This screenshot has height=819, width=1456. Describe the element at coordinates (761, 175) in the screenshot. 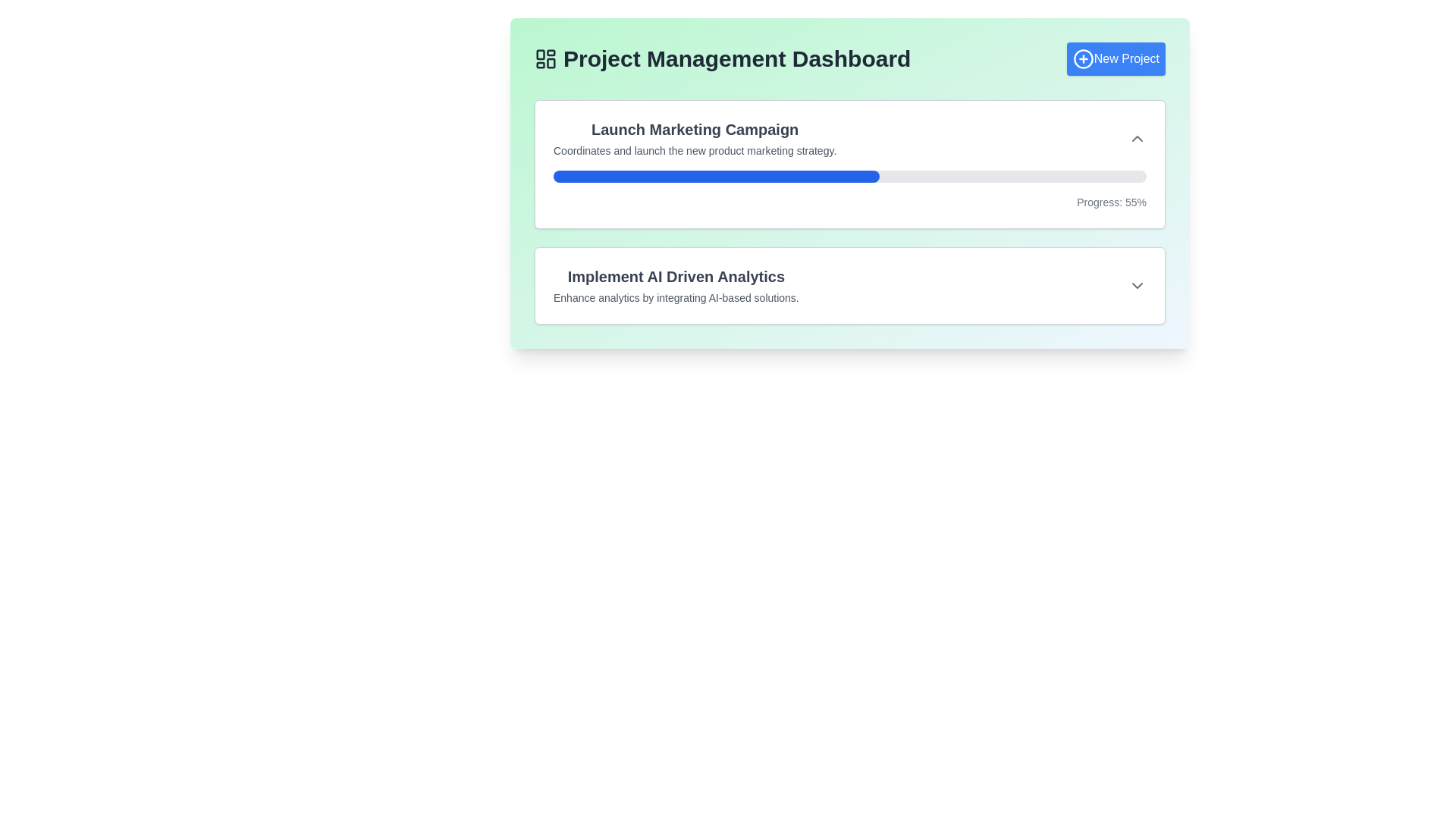

I see `progress` at that location.